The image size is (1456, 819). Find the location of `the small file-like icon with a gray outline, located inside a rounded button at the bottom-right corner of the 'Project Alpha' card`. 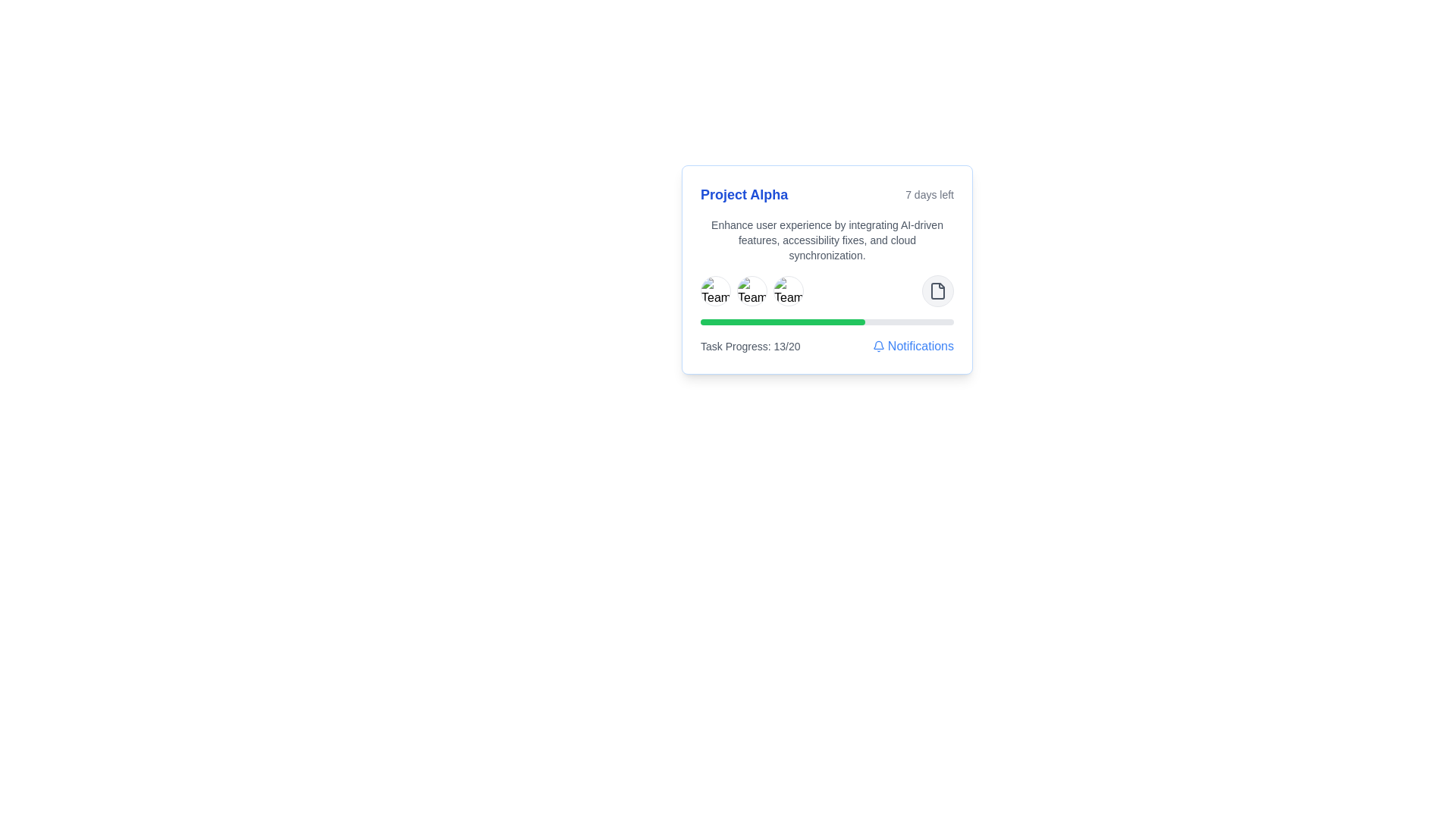

the small file-like icon with a gray outline, located inside a rounded button at the bottom-right corner of the 'Project Alpha' card is located at coordinates (937, 291).